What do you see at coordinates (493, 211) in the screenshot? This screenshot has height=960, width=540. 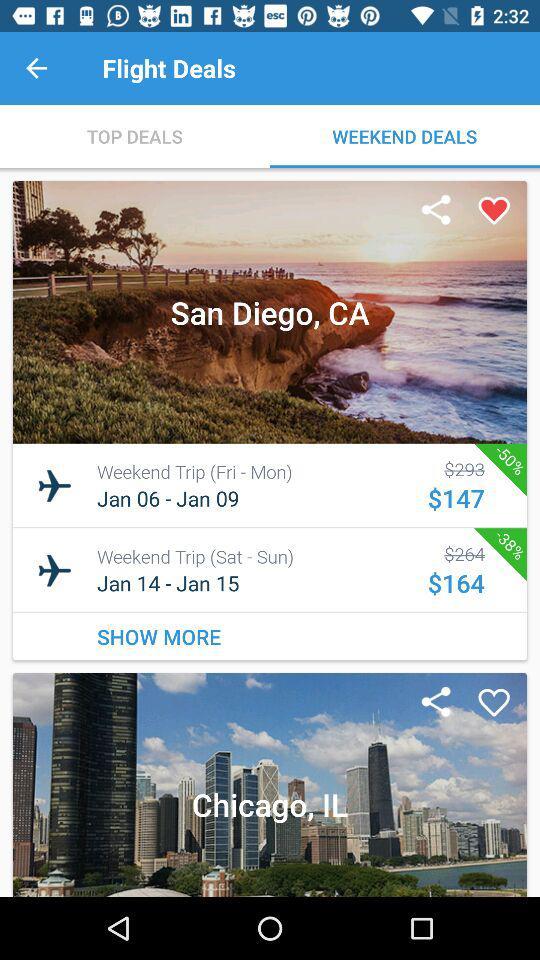 I see `mark as favorite` at bounding box center [493, 211].